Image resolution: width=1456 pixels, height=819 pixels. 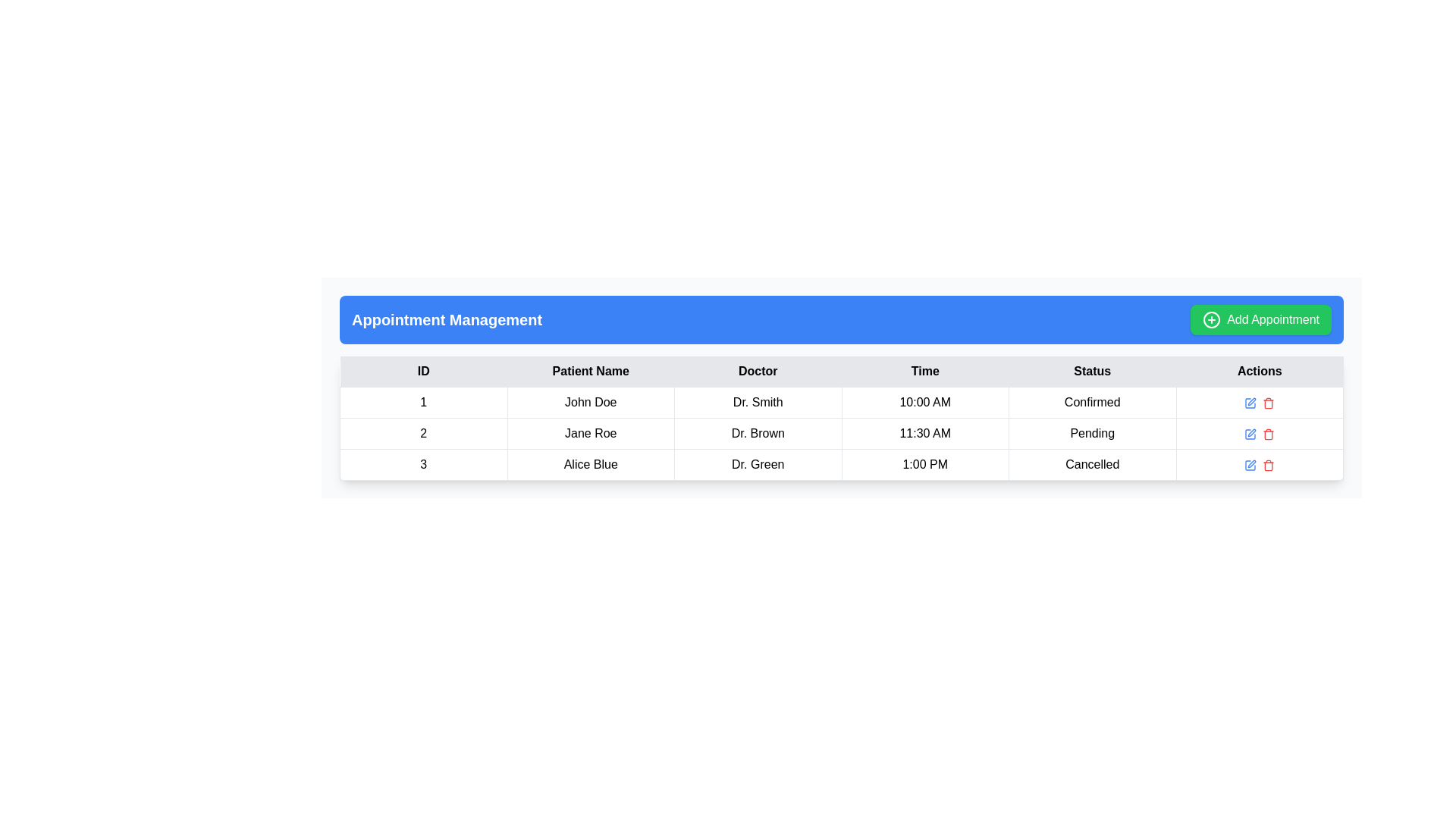 I want to click on the editable action icon button located in the 'Actions' section of the first row in the Appointment Management table to initiate editing, so click(x=1250, y=402).